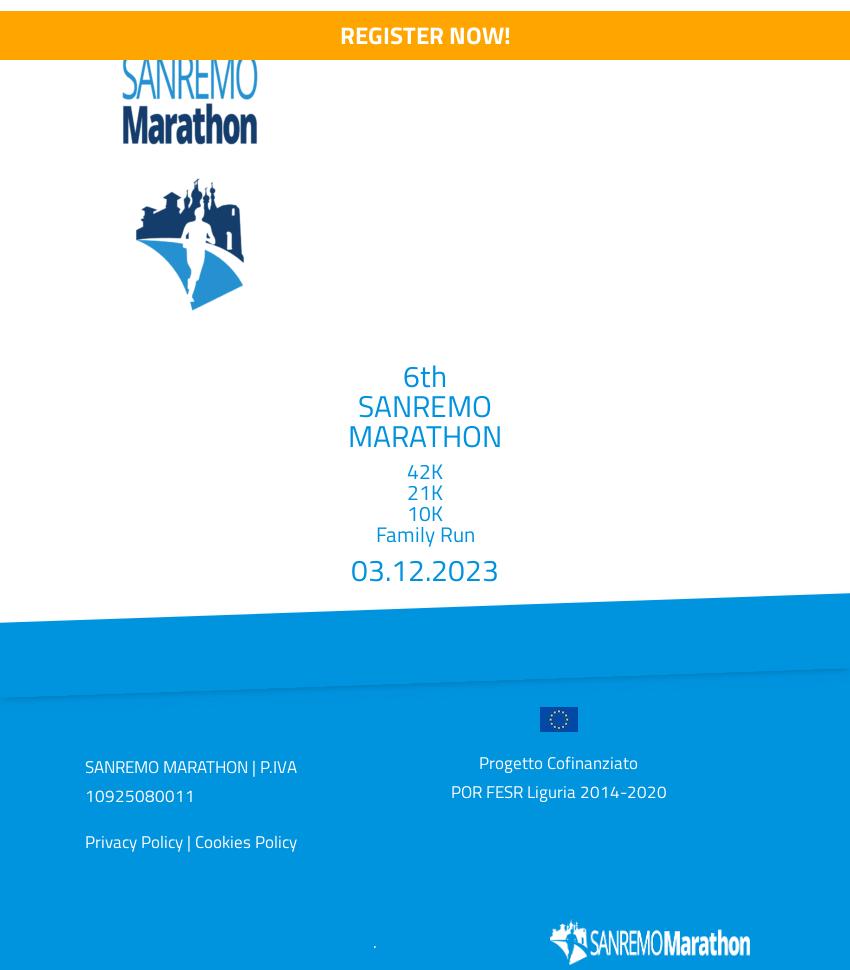  What do you see at coordinates (374, 939) in the screenshot?
I see `'.'` at bounding box center [374, 939].